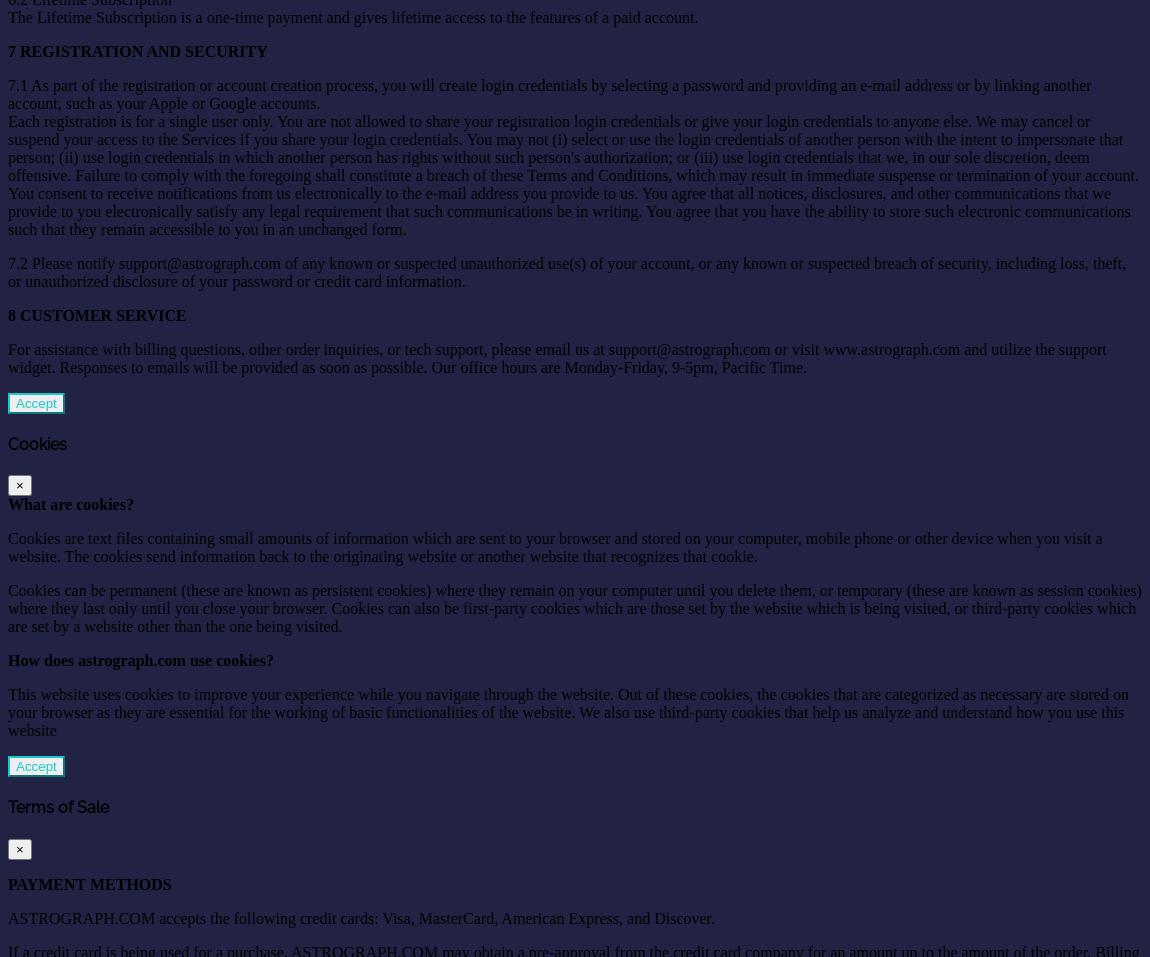 This screenshot has width=1150, height=957. What do you see at coordinates (549, 92) in the screenshot?
I see `'7.1  As part of the registration or account creation process, you will create login credentials by selecting a password and providing an e-mail address or by linking another account, such as your Apple or Google accounts.'` at bounding box center [549, 92].